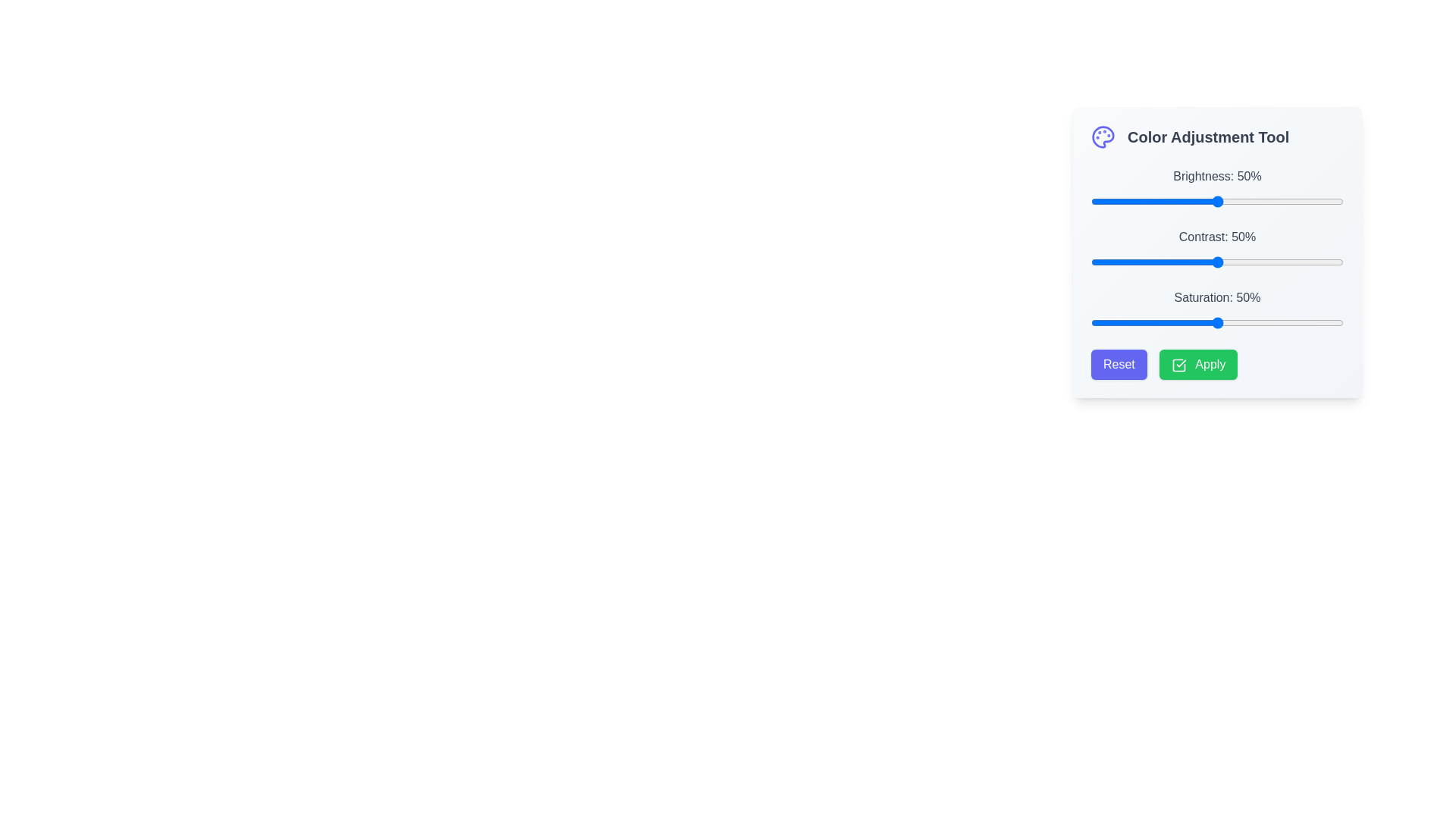 This screenshot has width=1456, height=819. What do you see at coordinates (1257, 322) in the screenshot?
I see `saturation` at bounding box center [1257, 322].